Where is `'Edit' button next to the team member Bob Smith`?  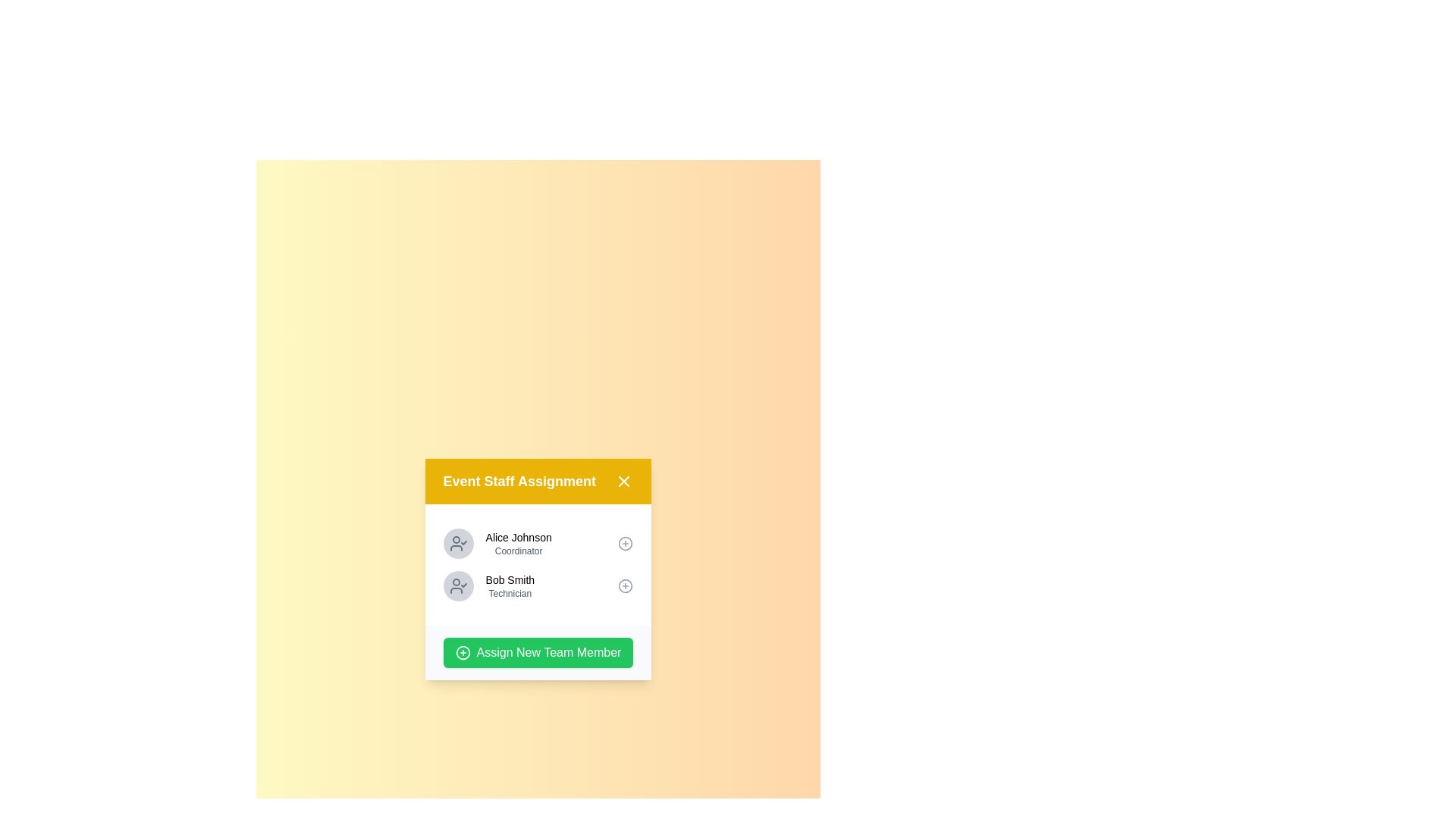 'Edit' button next to the team member Bob Smith is located at coordinates (626, 585).